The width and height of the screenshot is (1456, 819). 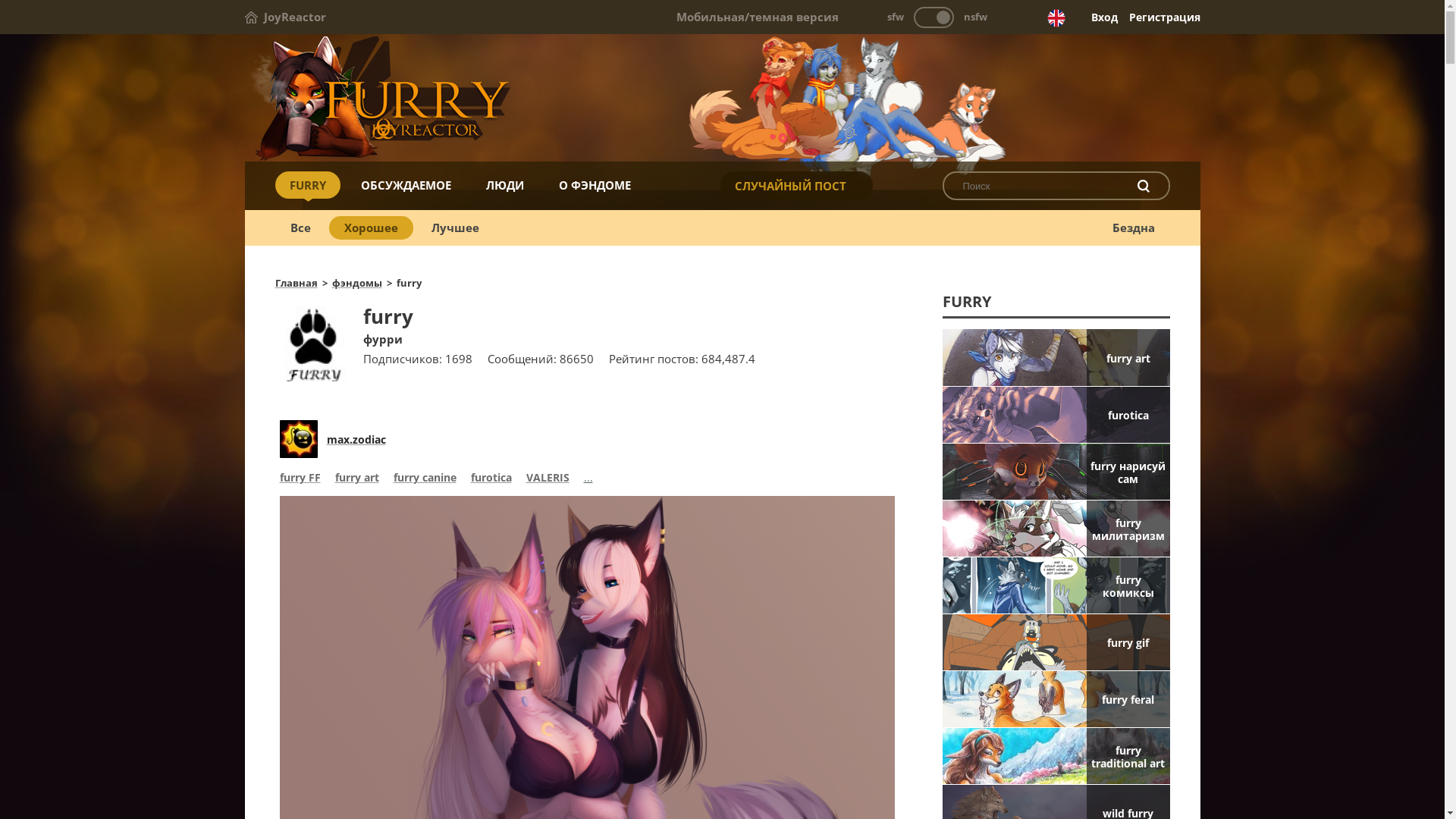 What do you see at coordinates (284, 17) in the screenshot?
I see `'JoyReactor'` at bounding box center [284, 17].